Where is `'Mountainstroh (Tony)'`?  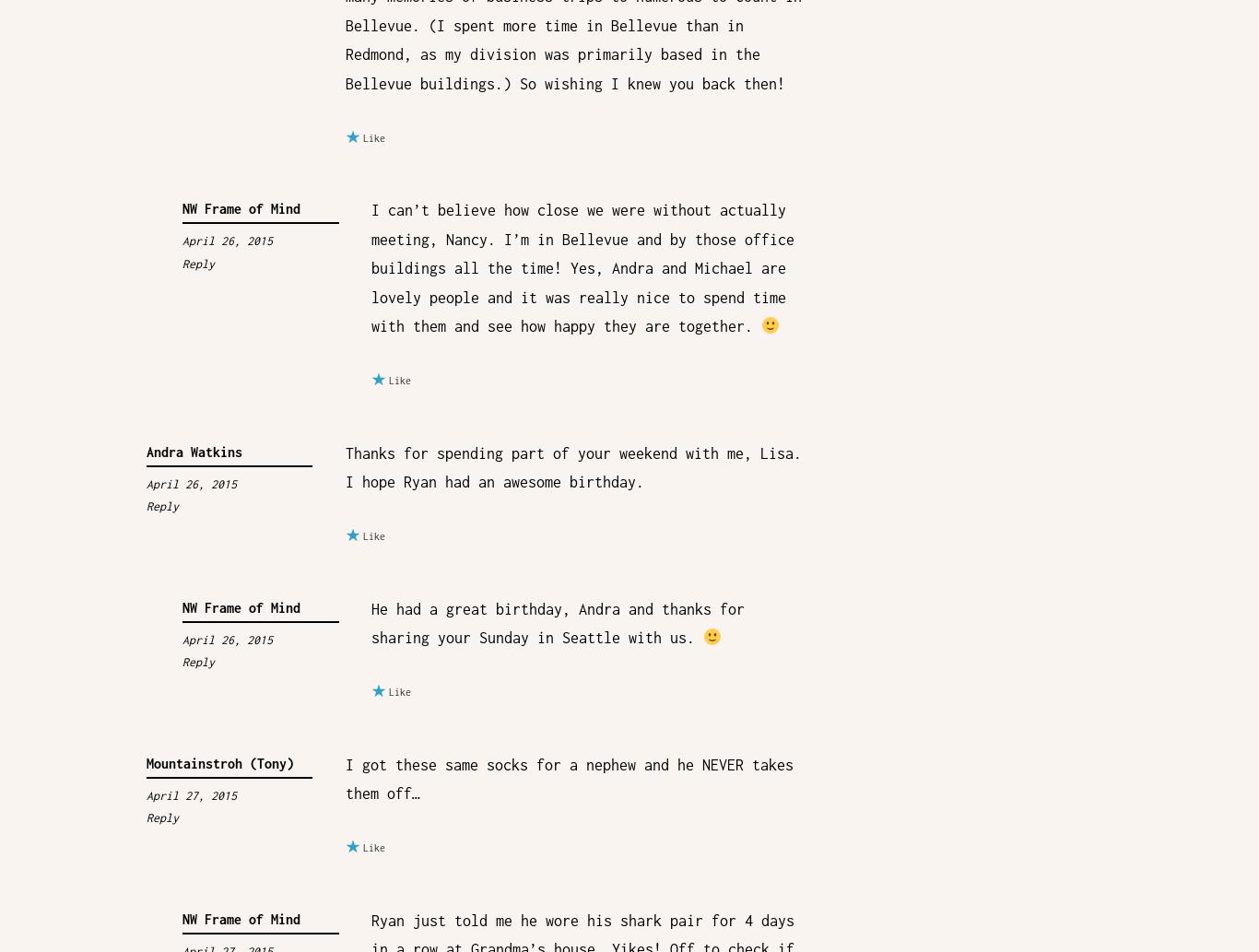 'Mountainstroh (Tony)' is located at coordinates (220, 762).